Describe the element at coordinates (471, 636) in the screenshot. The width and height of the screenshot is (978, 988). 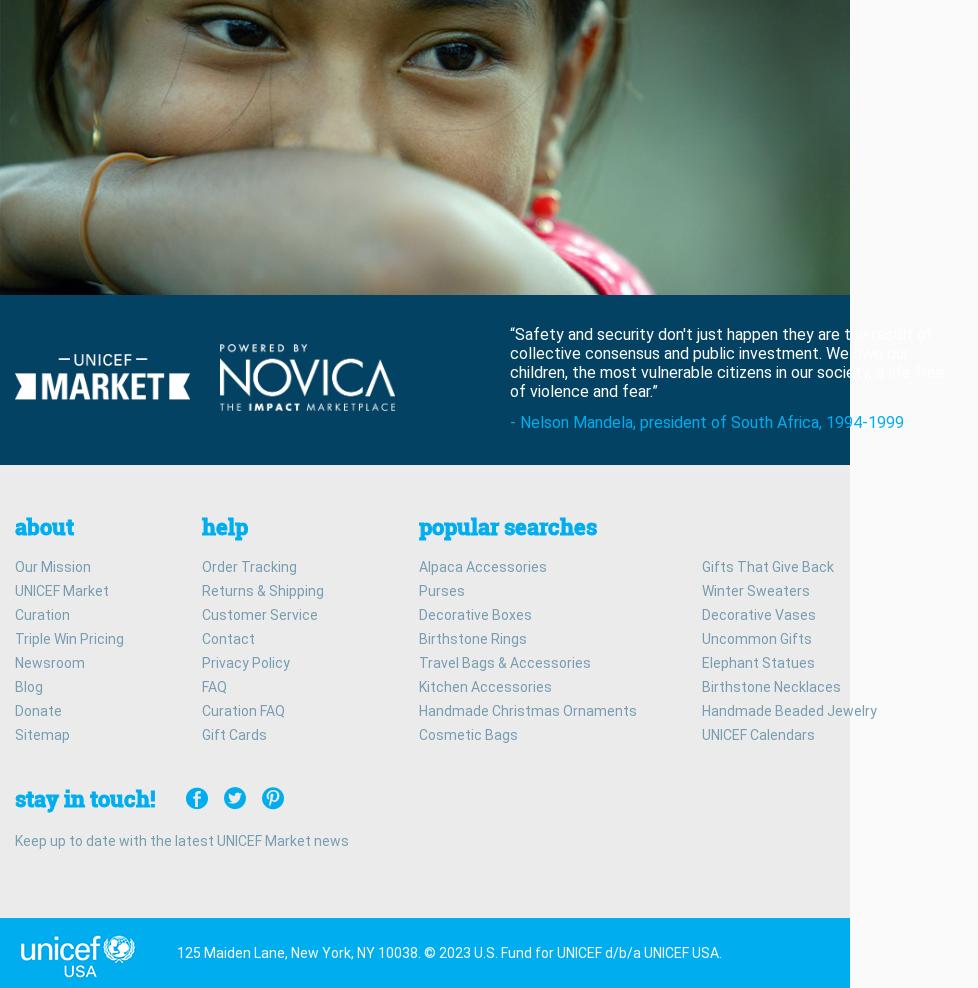
I see `'Birthstone Rings'` at that location.